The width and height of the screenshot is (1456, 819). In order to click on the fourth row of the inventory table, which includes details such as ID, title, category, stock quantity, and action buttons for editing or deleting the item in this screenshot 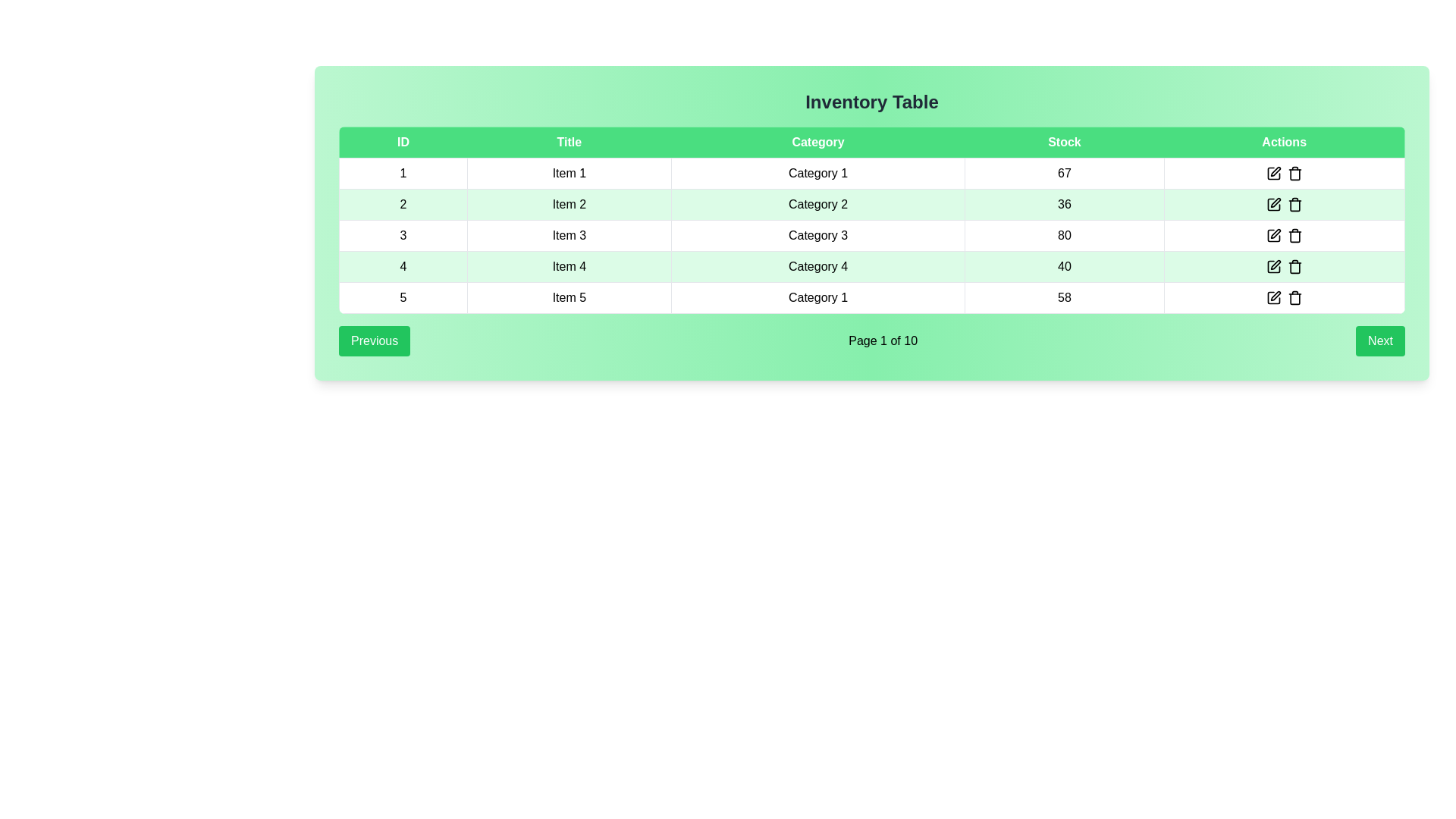, I will do `click(872, 265)`.